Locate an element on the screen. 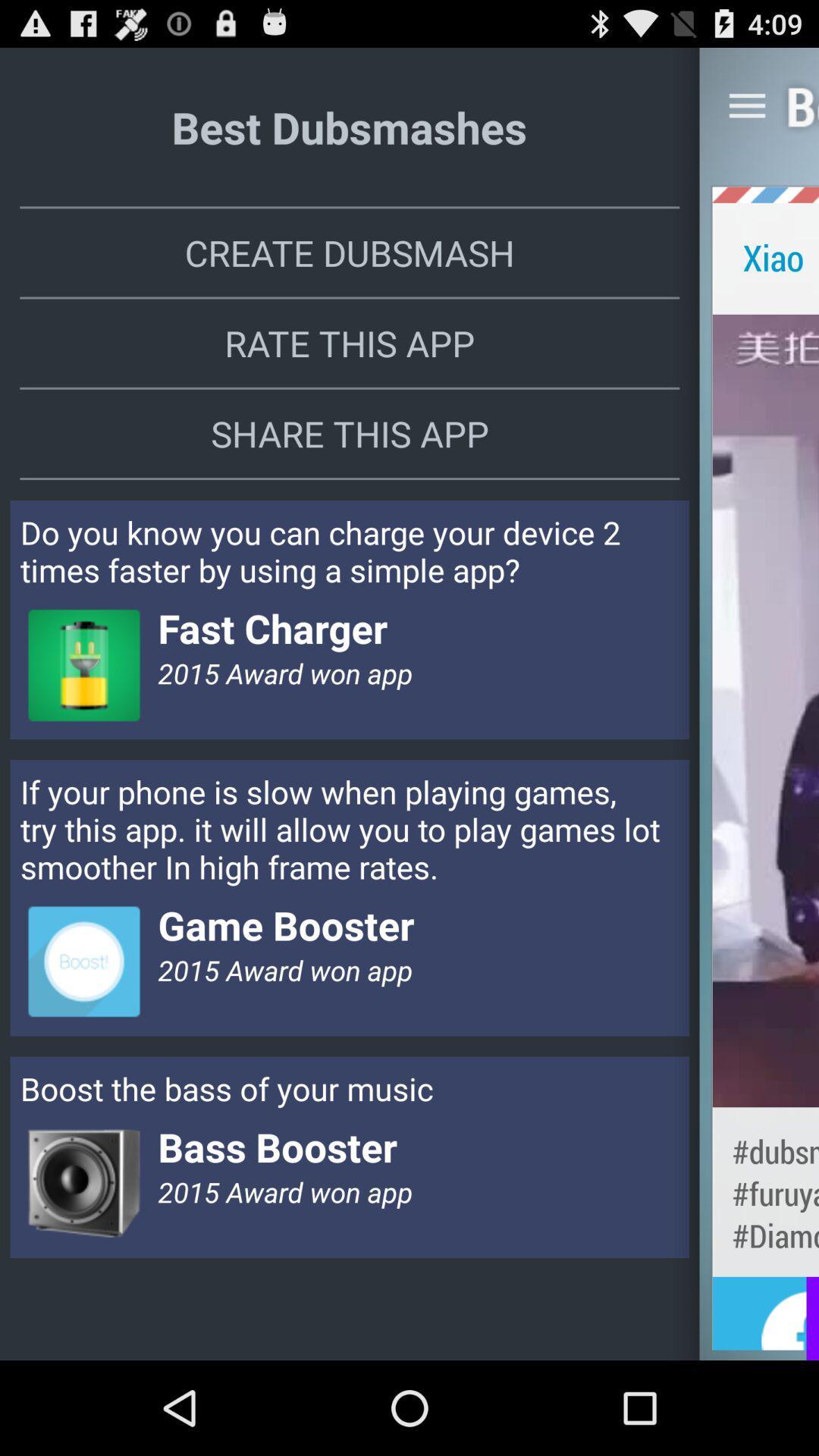 This screenshot has width=819, height=1456. xiao app is located at coordinates (765, 257).